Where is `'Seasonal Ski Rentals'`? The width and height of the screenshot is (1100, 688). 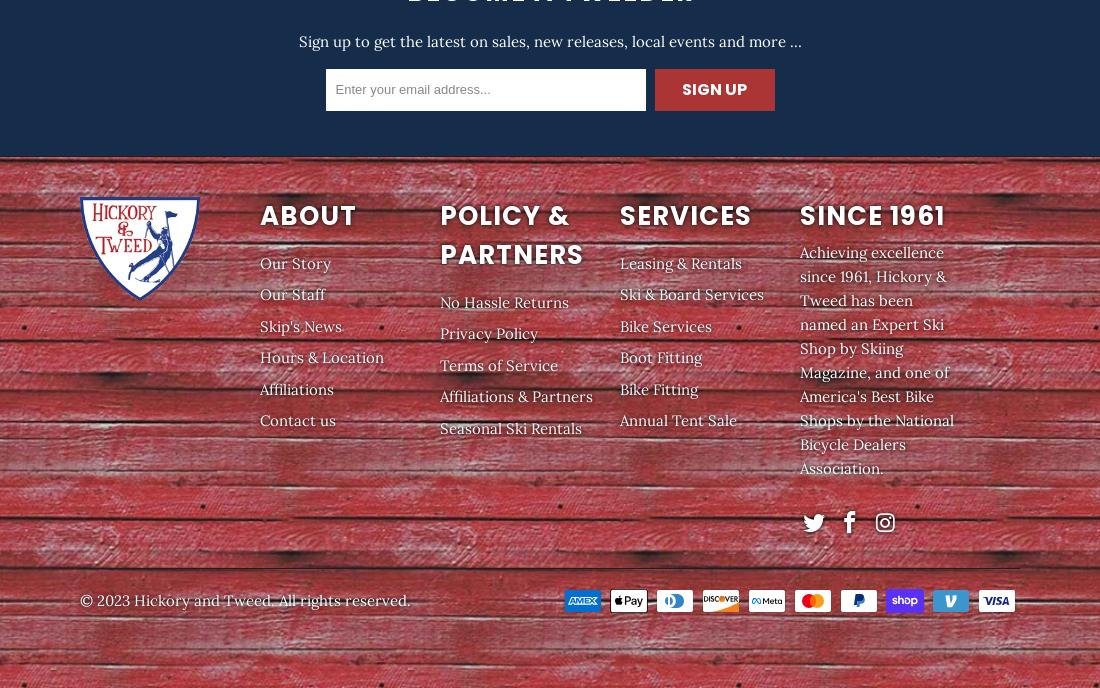
'Seasonal Ski Rentals' is located at coordinates (510, 427).